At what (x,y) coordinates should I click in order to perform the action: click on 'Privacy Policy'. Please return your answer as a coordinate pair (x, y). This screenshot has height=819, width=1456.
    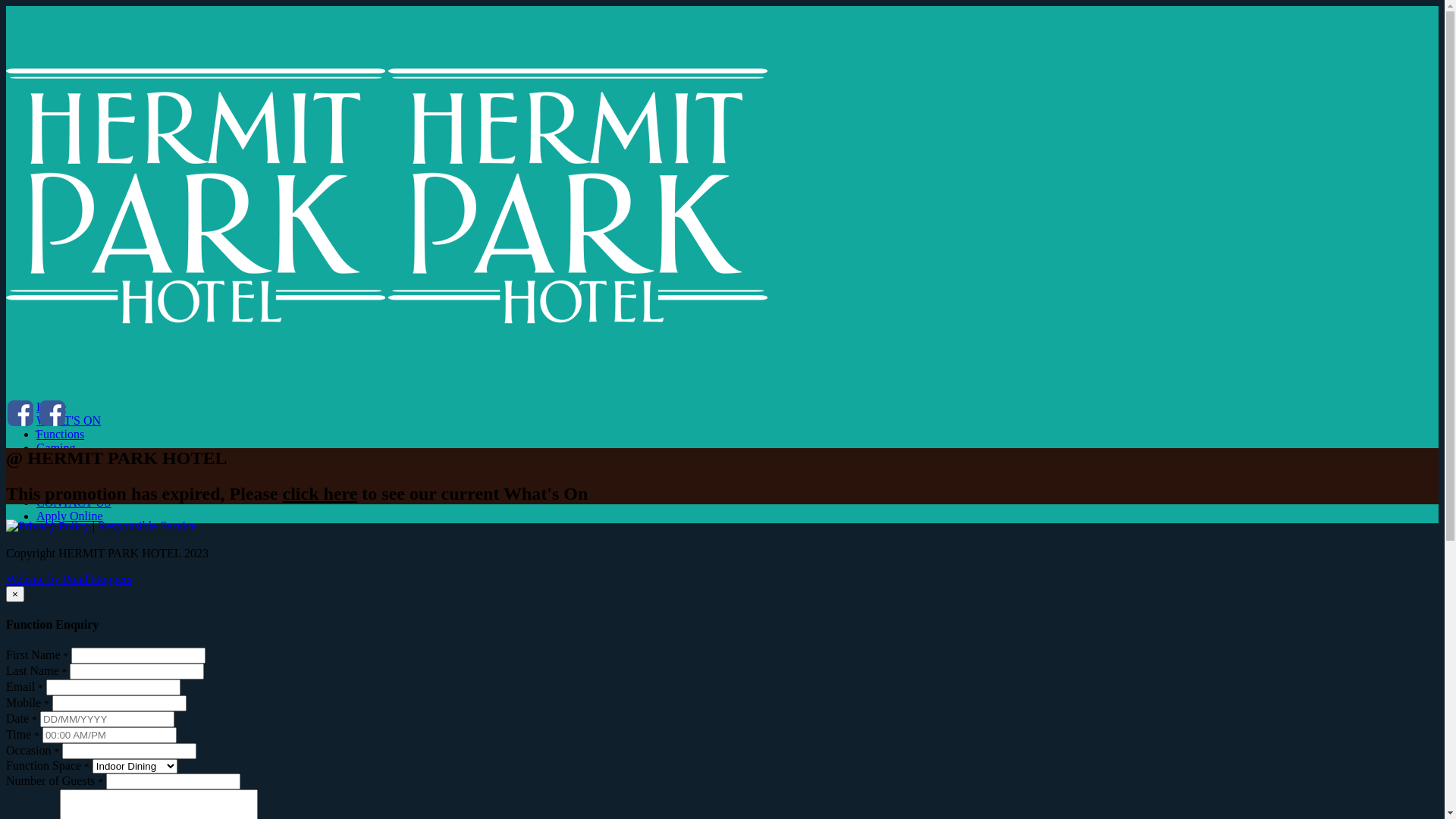
    Looking at the image, I should click on (54, 525).